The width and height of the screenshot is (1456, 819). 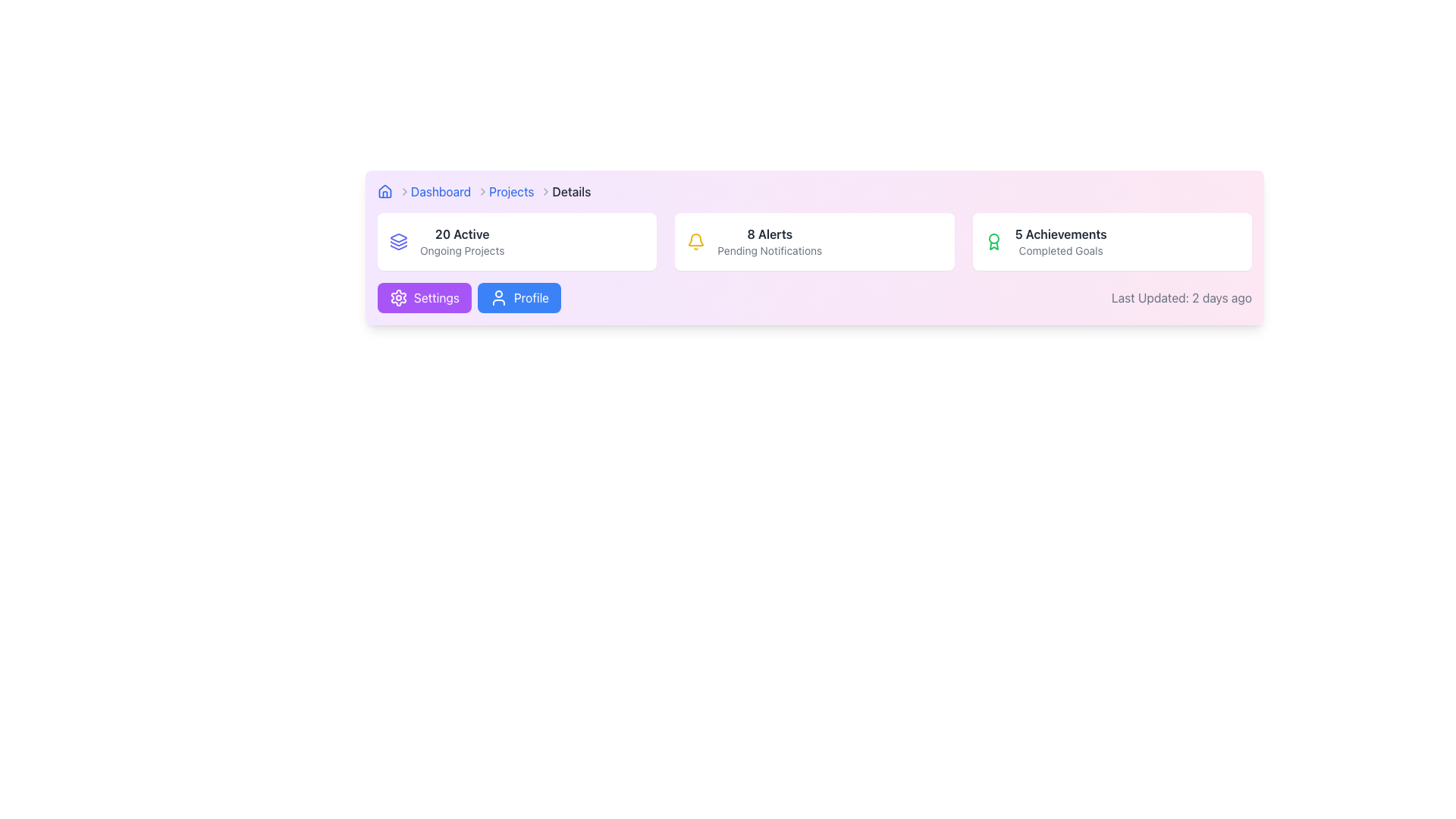 I want to click on text of the label displaying '5 Achievements,' which is styled with bold weight and located above the 'Completed Goals' label in the rightmost card of the row, so click(x=1060, y=234).